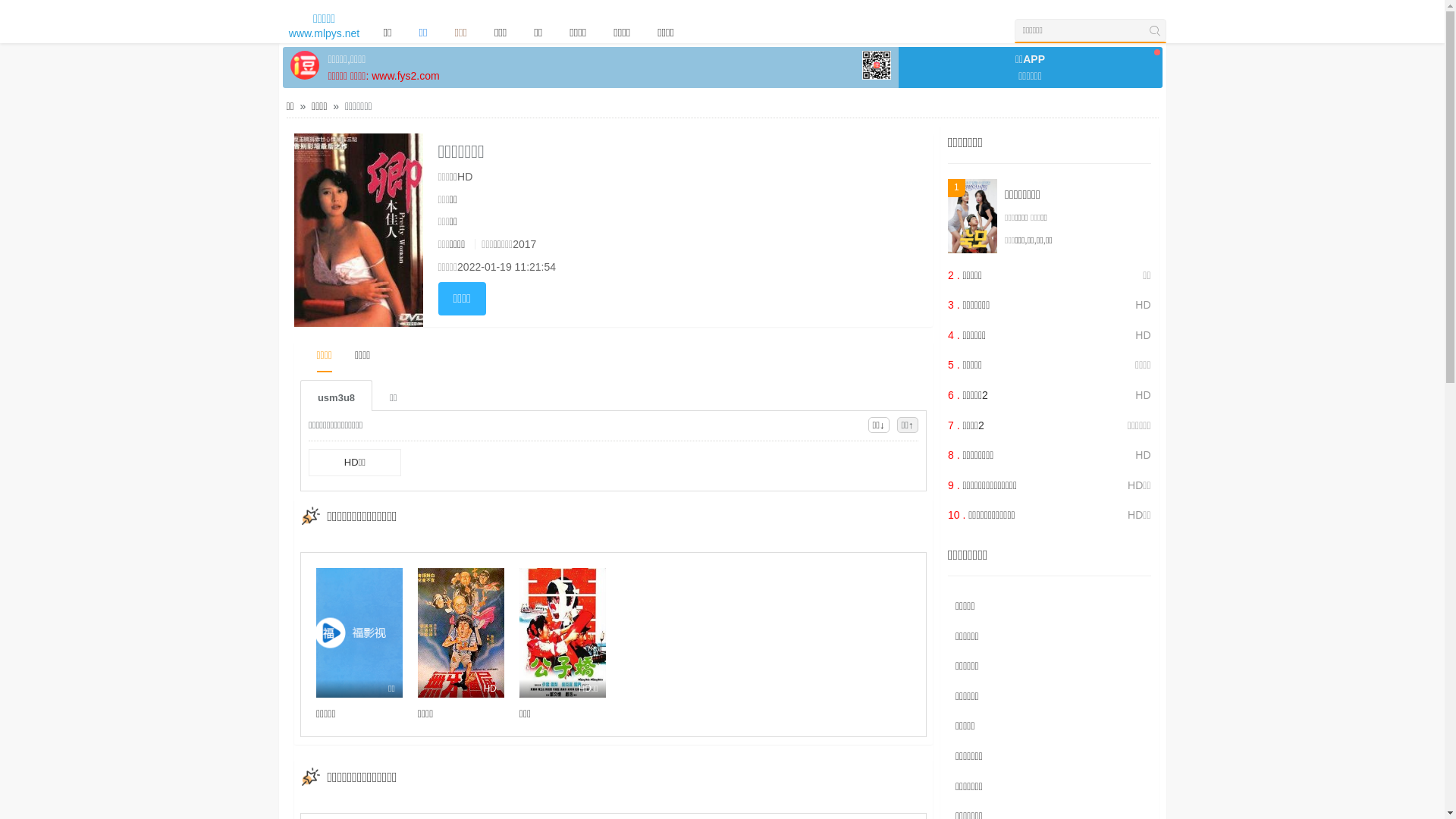 The height and width of the screenshot is (819, 1456). I want to click on 'usm3u8', so click(335, 394).